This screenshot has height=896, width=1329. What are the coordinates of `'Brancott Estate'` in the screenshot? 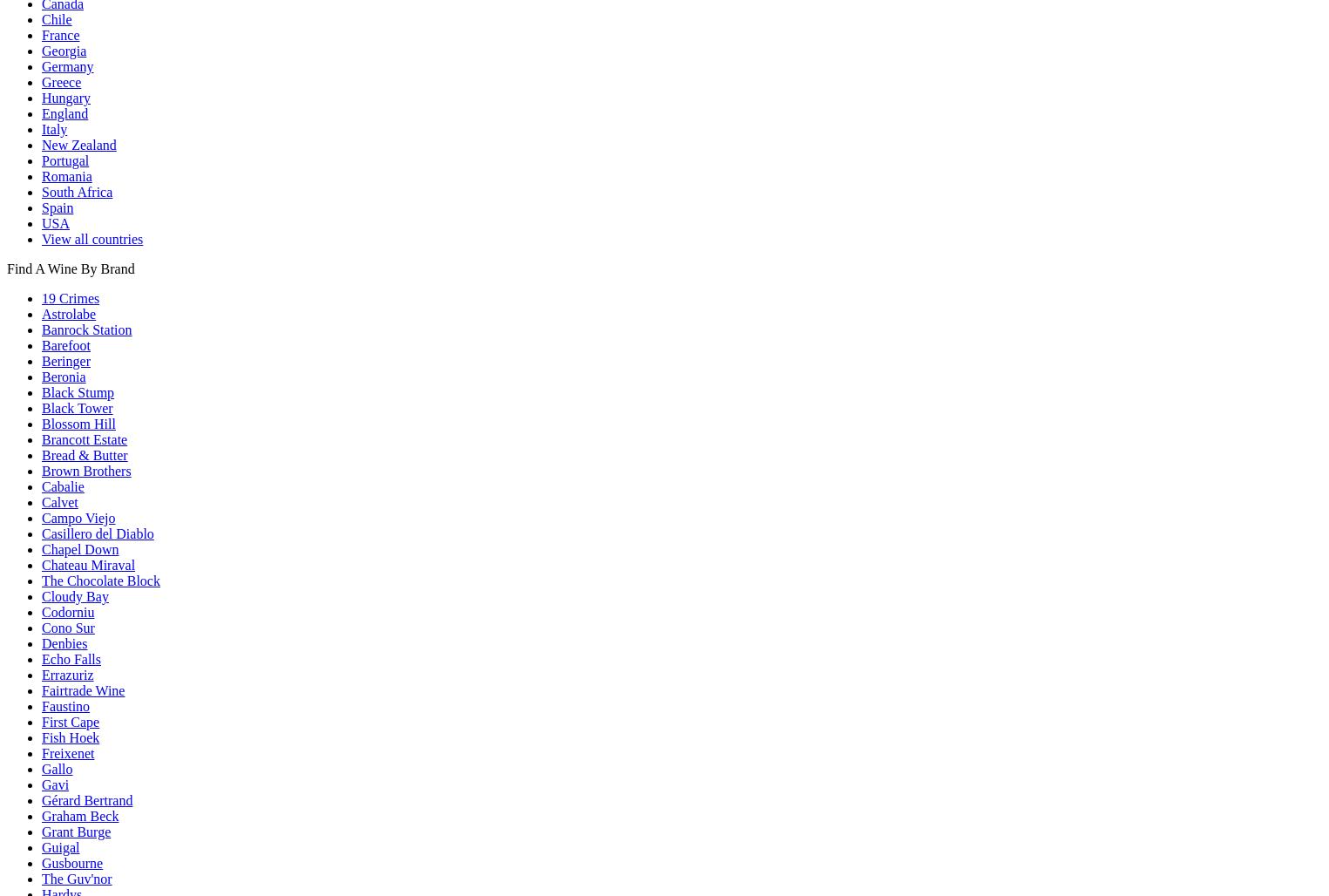 It's located at (84, 438).